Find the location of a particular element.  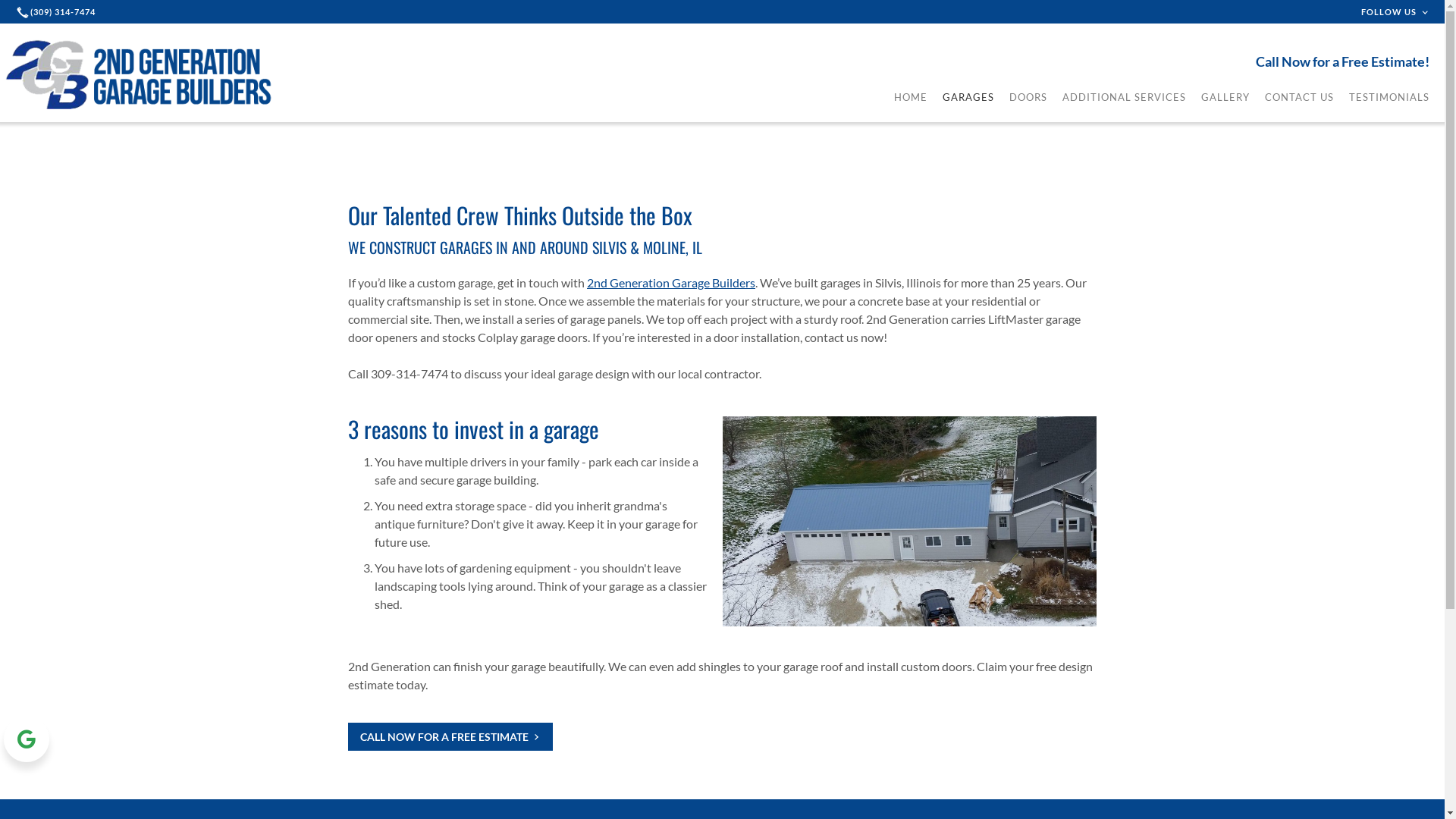

'ADDITIONAL SERVICES' is located at coordinates (1124, 96).